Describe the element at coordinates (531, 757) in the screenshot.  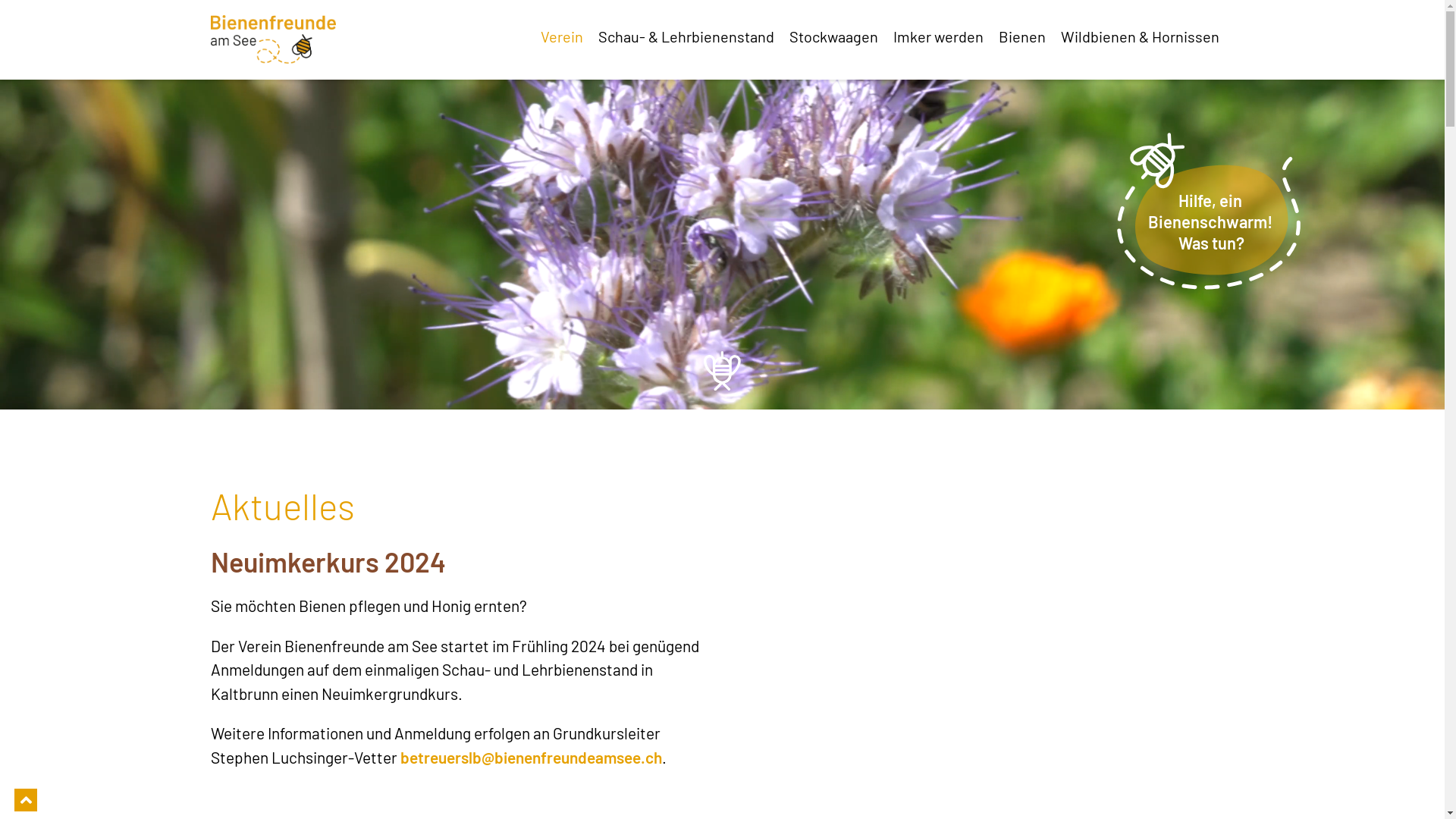
I see `'betreuerslb@bienenfreundeamsee.ch'` at that location.